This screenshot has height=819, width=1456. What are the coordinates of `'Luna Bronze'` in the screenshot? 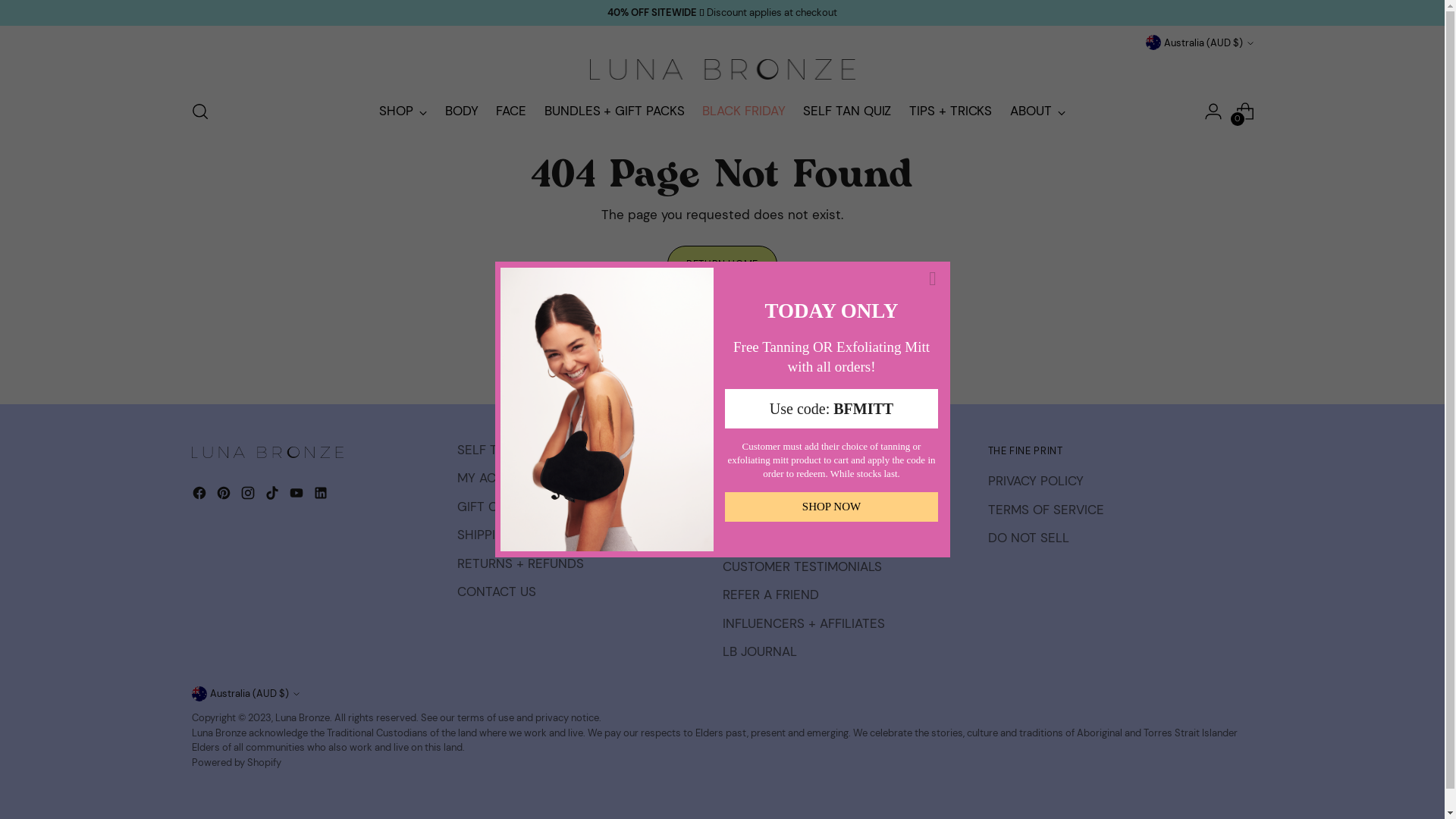 It's located at (302, 717).